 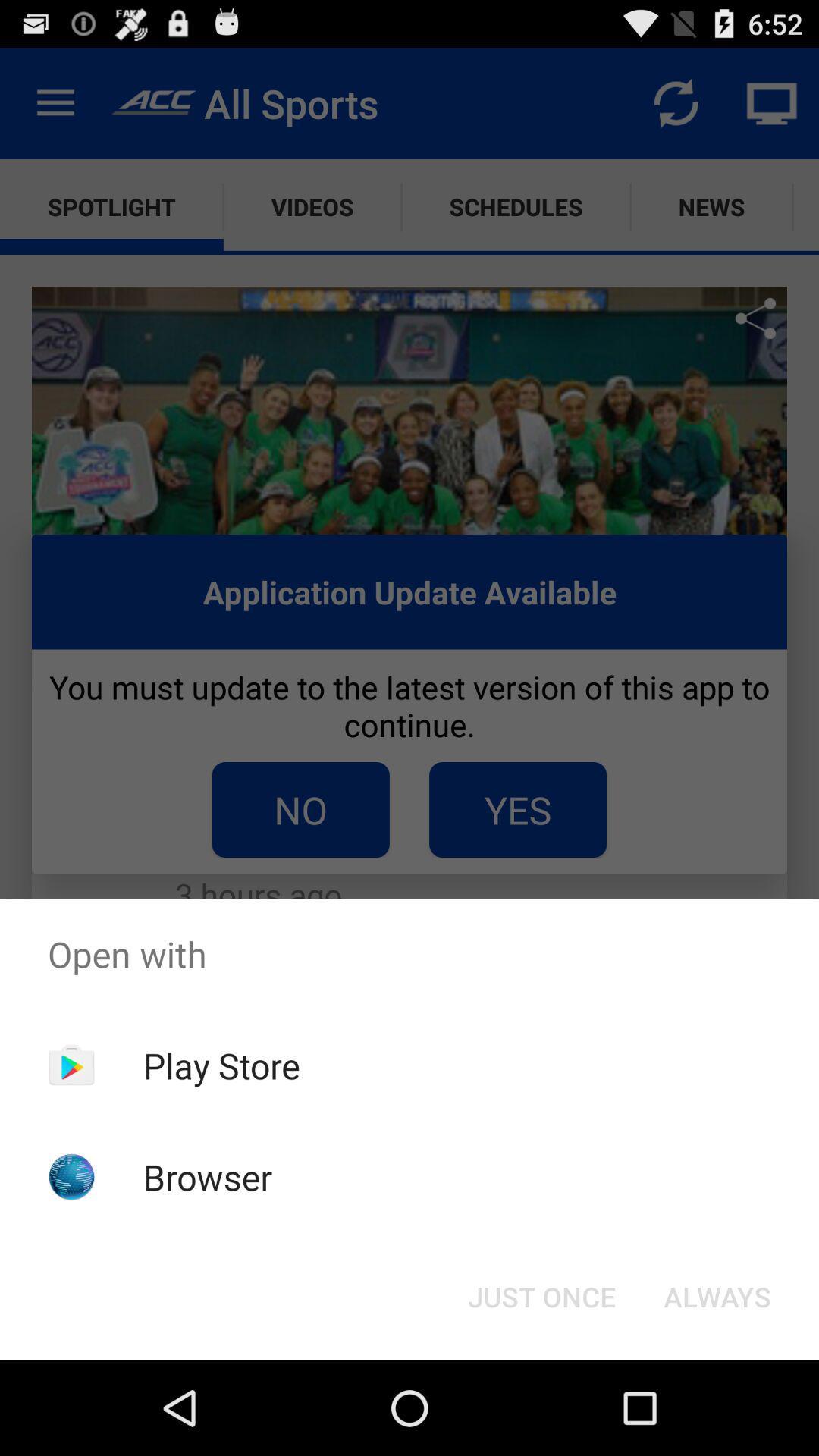 What do you see at coordinates (717, 1295) in the screenshot?
I see `the always at the bottom right corner` at bounding box center [717, 1295].